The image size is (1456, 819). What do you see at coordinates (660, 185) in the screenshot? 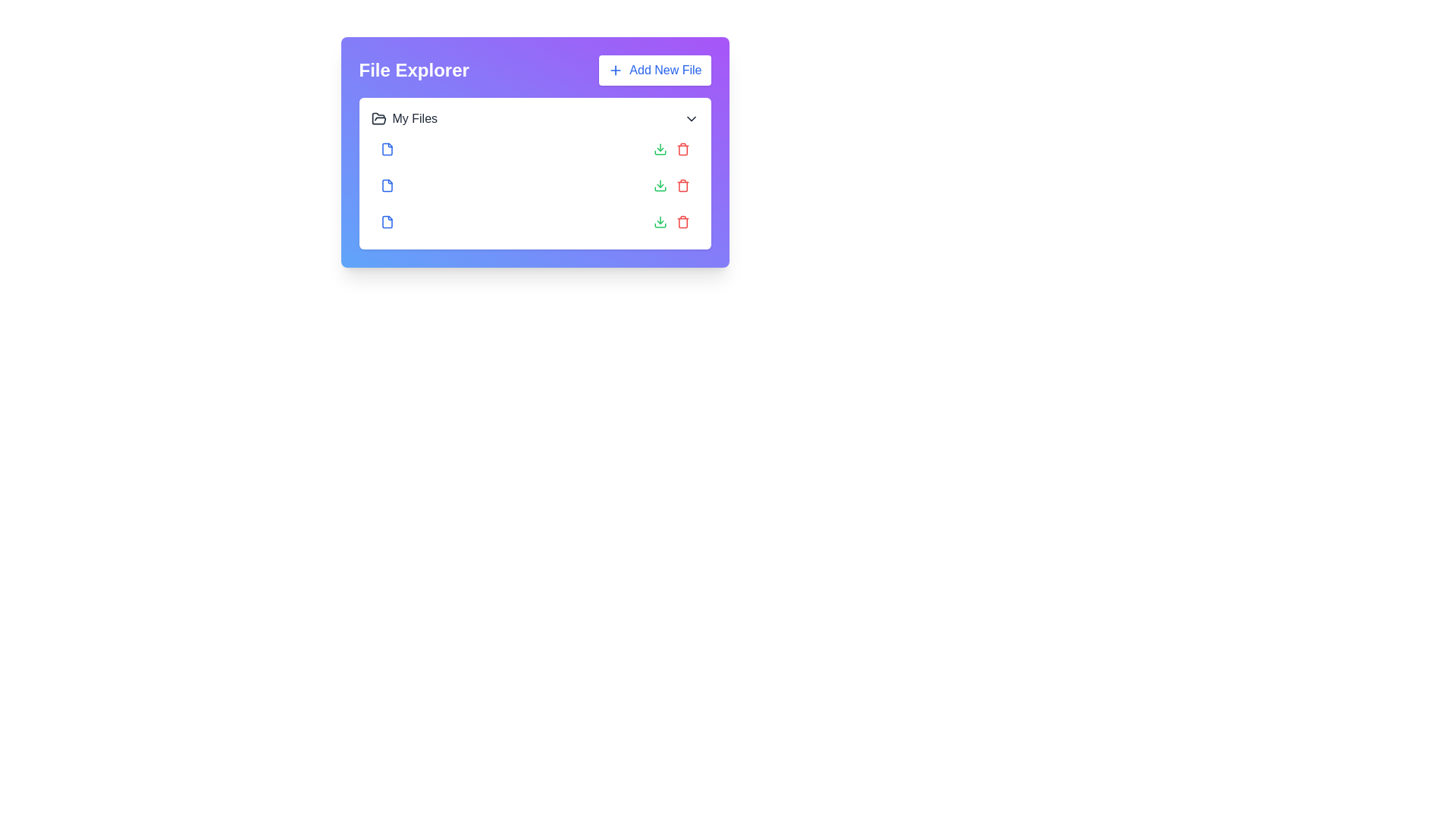
I see `the green download button/icon, which features a downward arrow and is located in the second row of the file explorer interface, to initiate the download` at bounding box center [660, 185].